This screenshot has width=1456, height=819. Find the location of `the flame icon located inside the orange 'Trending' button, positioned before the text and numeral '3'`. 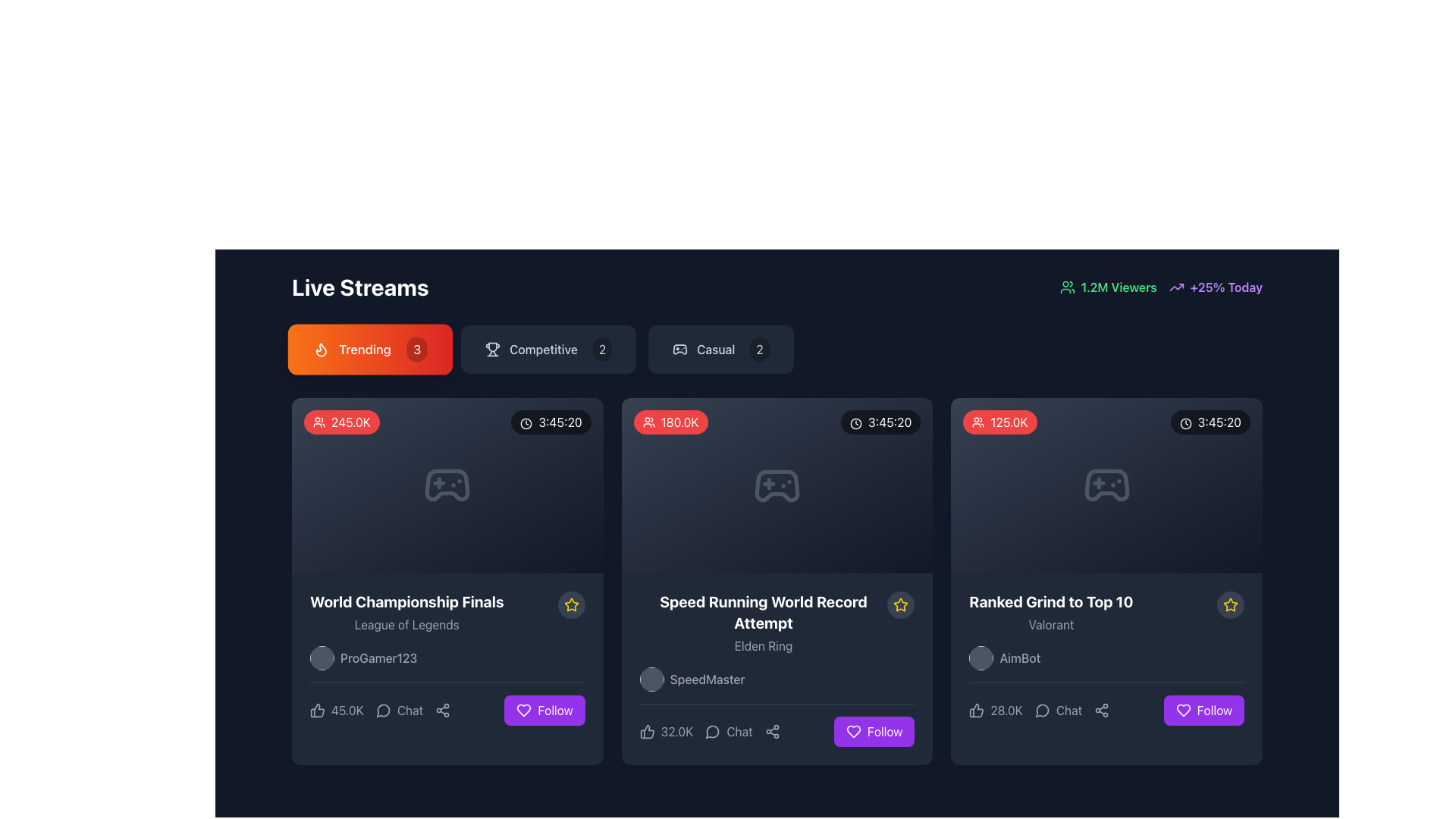

the flame icon located inside the orange 'Trending' button, positioned before the text and numeral '3' is located at coordinates (320, 350).